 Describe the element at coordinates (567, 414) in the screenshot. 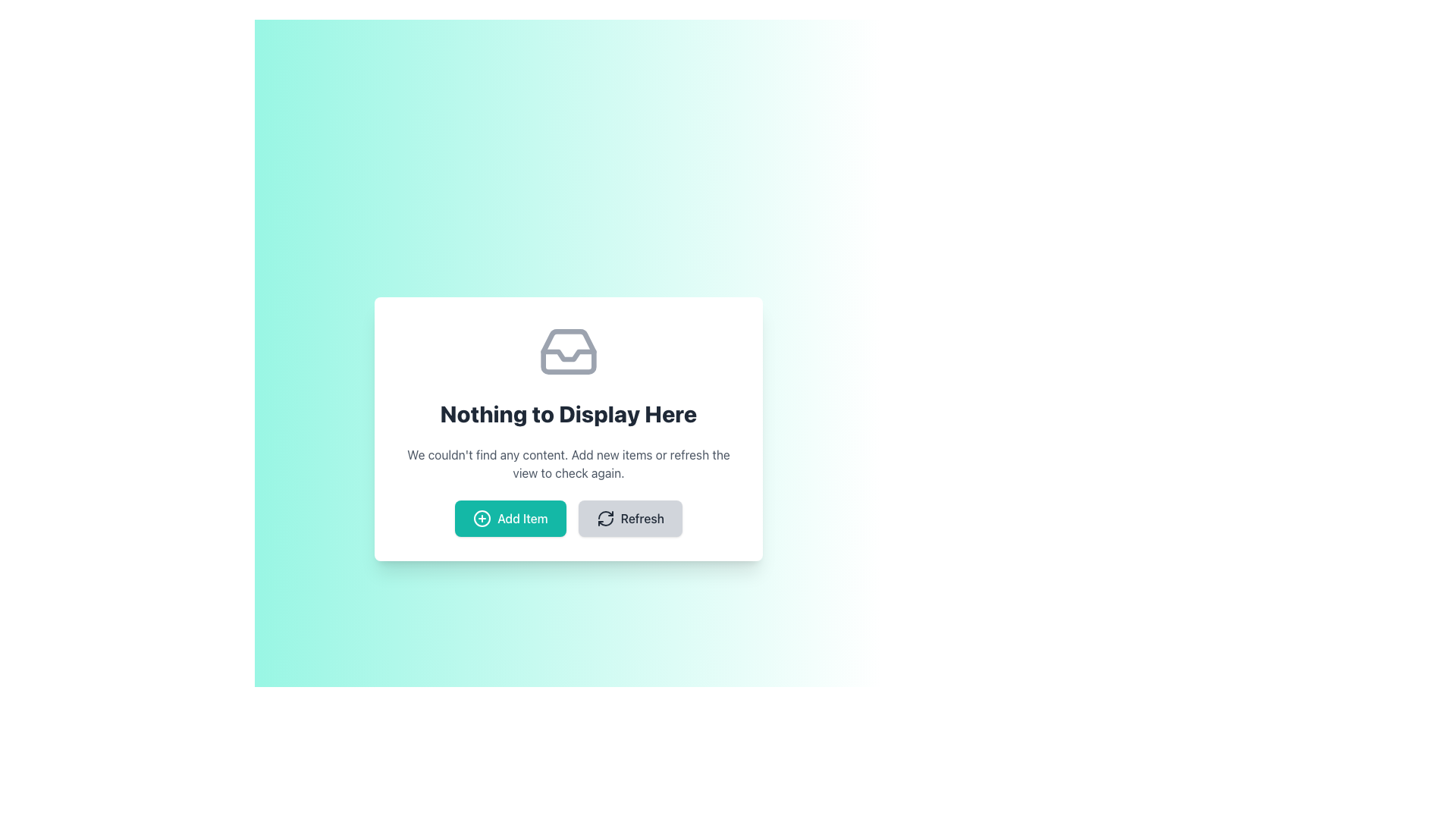

I see `the prominent text label styled in bold, extra-large font with the phrase 'Nothing` at that location.